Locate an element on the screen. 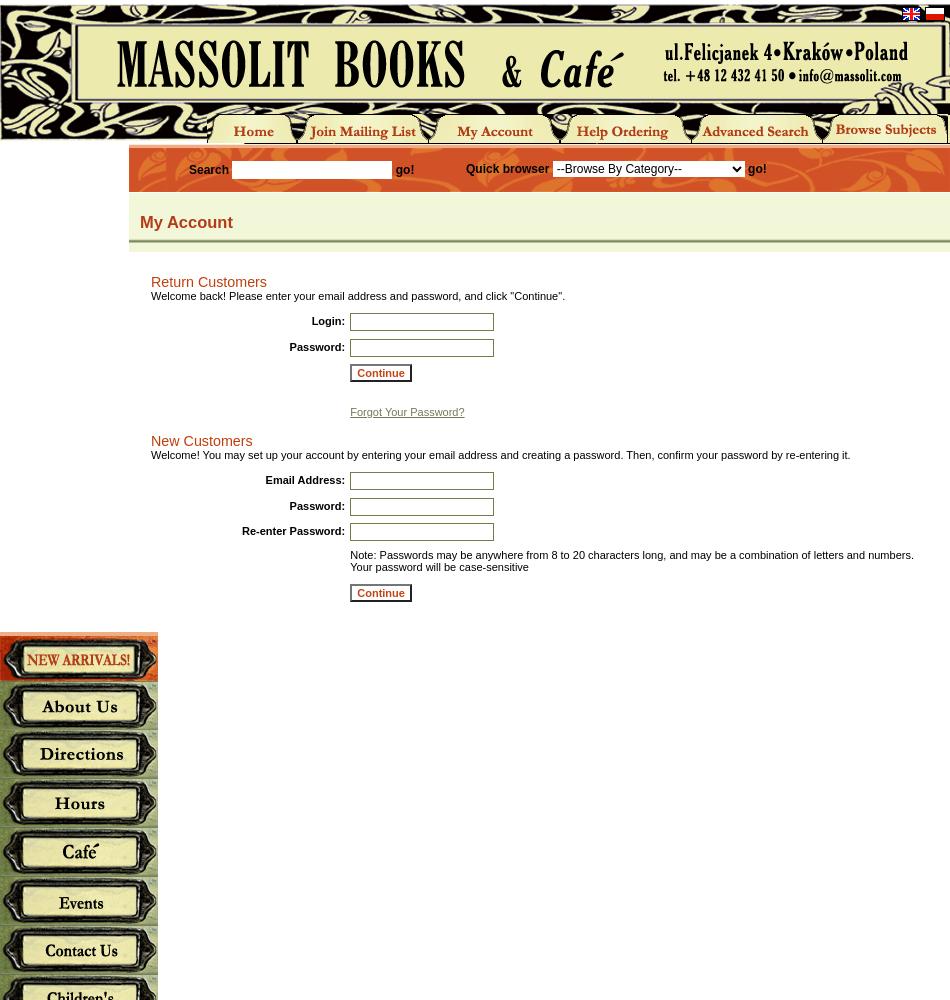 The image size is (950, 1000). 'Cafe' is located at coordinates (78, 850).